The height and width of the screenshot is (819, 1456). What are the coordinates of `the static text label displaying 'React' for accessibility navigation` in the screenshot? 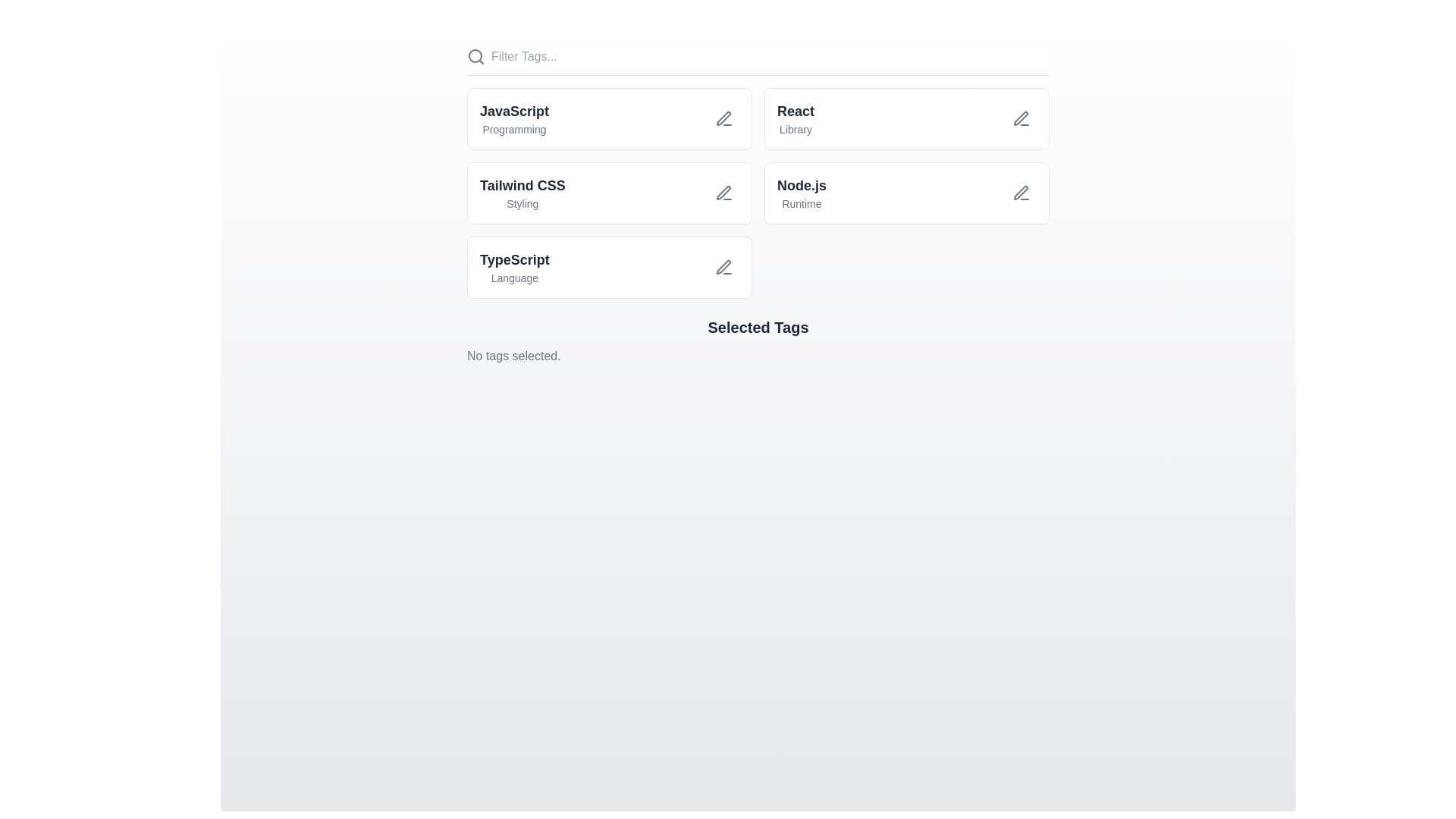 It's located at (795, 110).